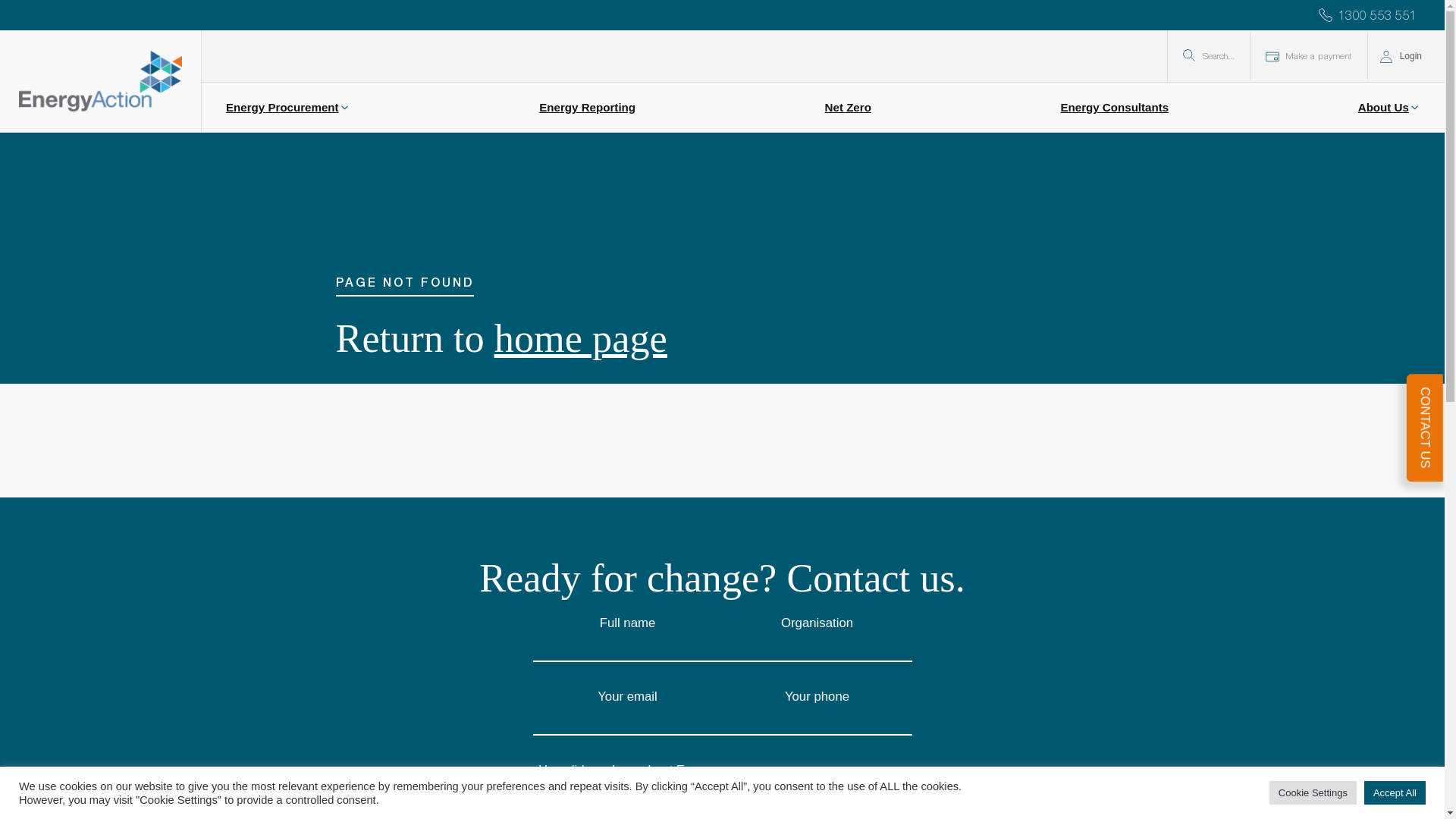 Image resolution: width=1456 pixels, height=819 pixels. Describe the element at coordinates (1395, 792) in the screenshot. I see `'Accept All'` at that location.